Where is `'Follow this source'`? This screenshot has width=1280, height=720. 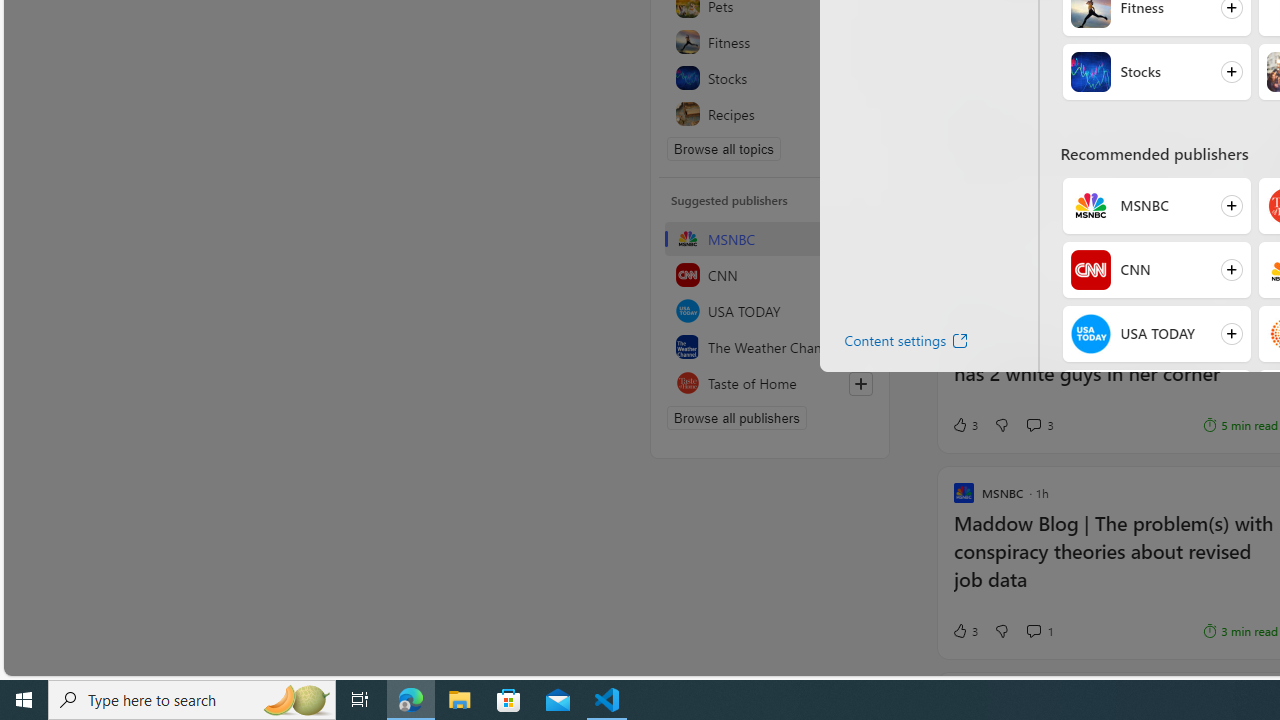
'Follow this source' is located at coordinates (860, 384).